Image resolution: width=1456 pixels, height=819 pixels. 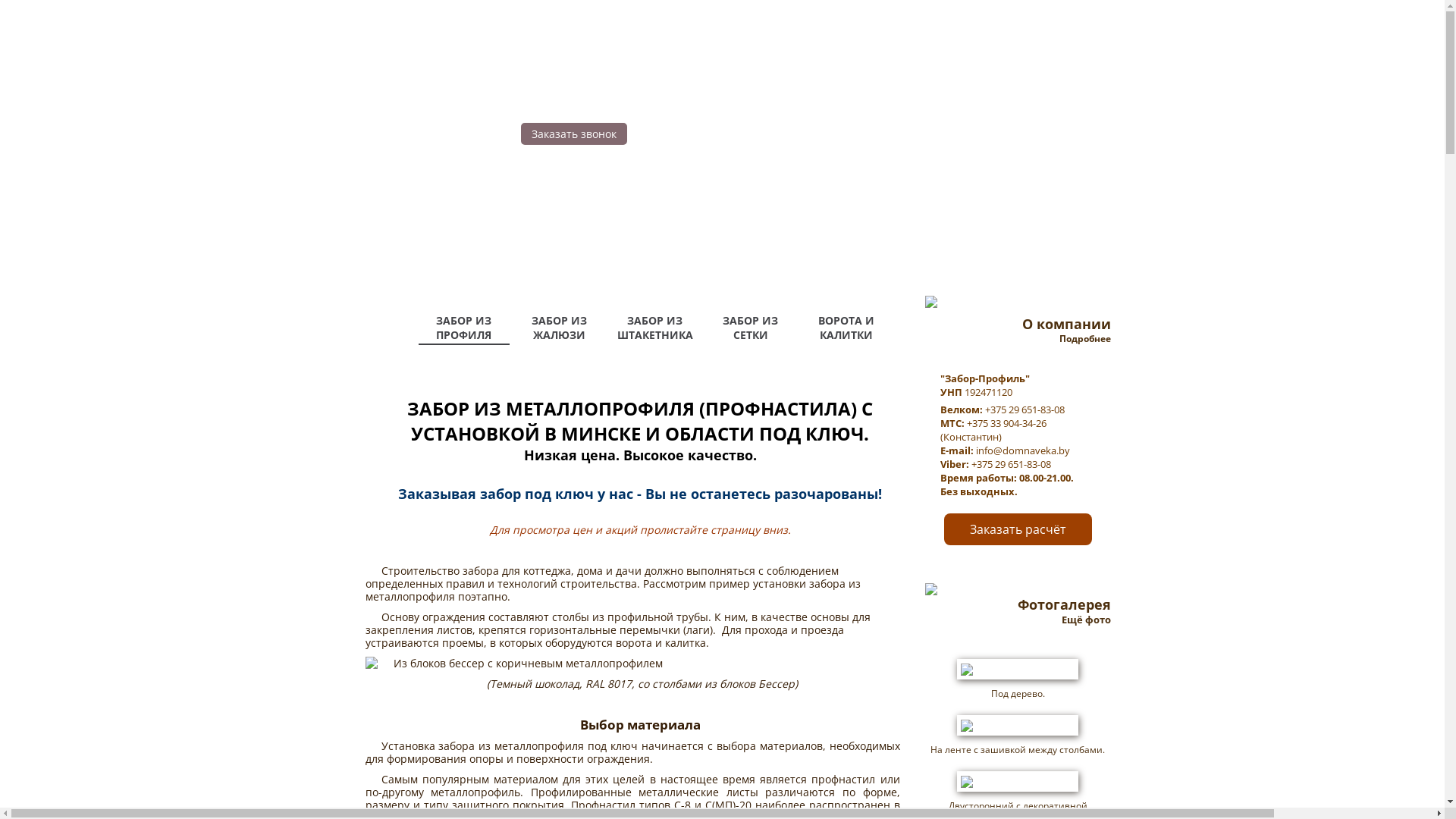 I want to click on 'info@domnaveka.by', so click(x=1022, y=450).